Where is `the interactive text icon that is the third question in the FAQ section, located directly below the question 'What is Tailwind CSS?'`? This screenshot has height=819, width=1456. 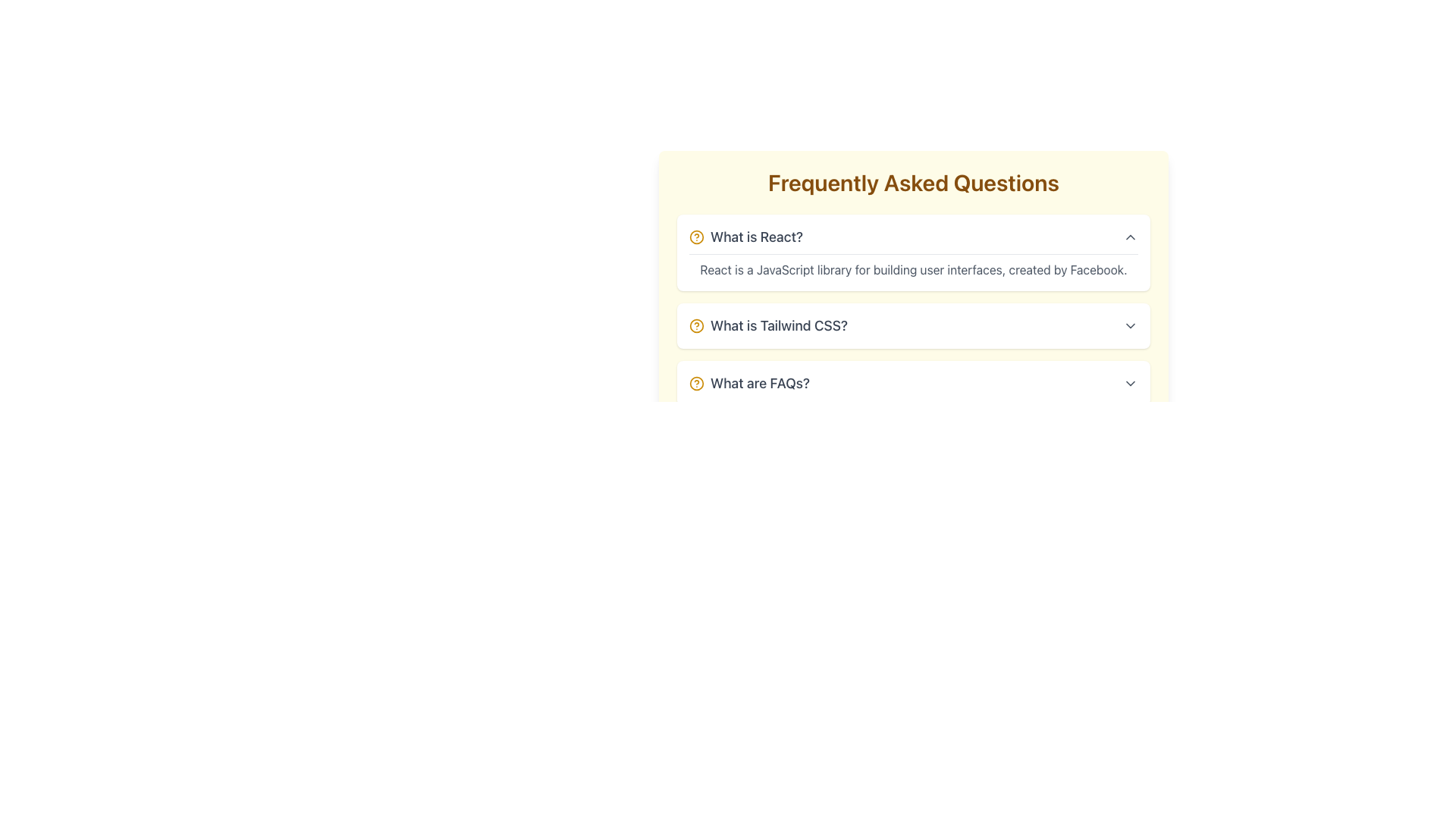
the interactive text icon that is the third question in the FAQ section, located directly below the question 'What is Tailwind CSS?' is located at coordinates (749, 382).